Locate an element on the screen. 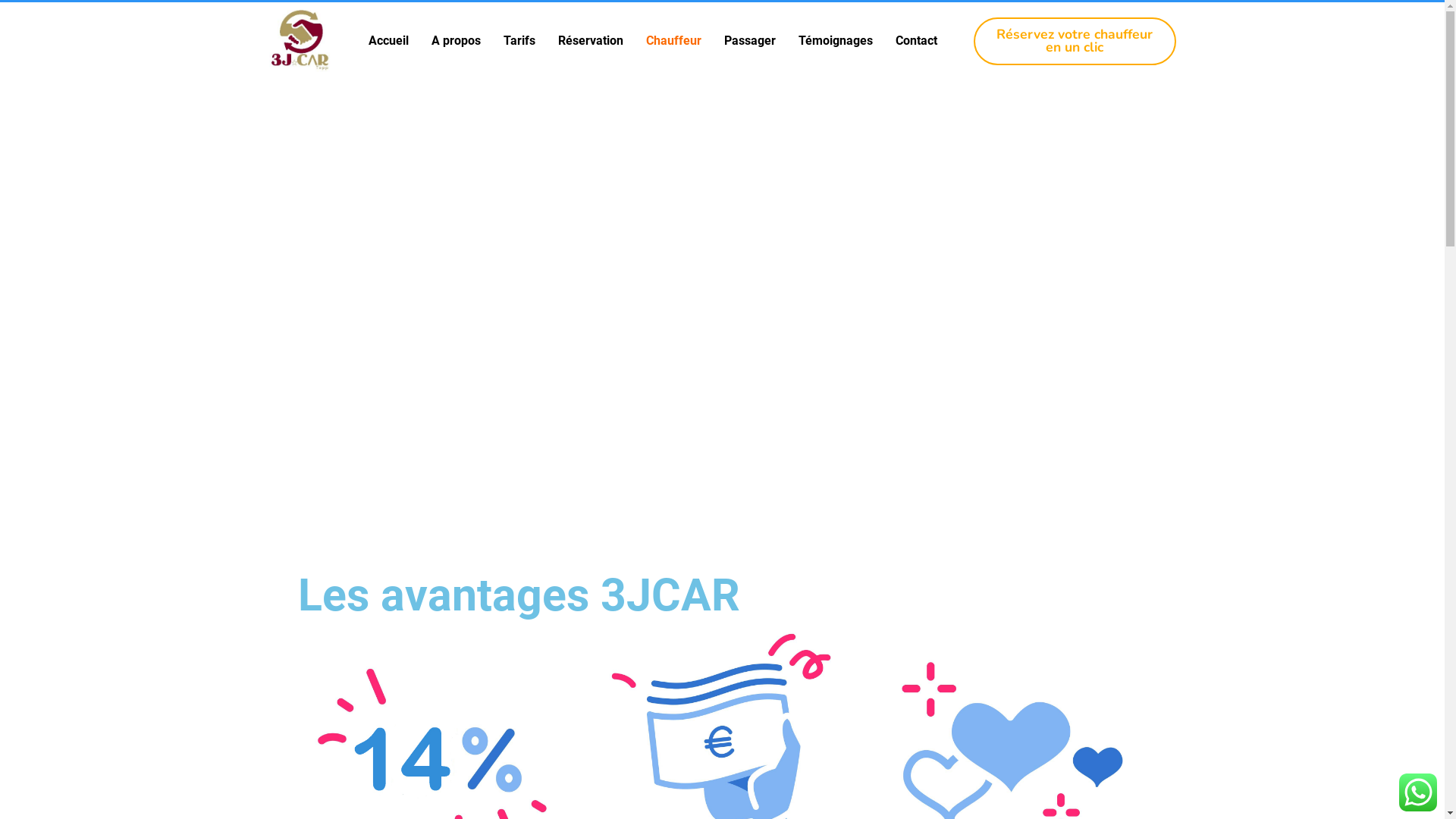  'Chauffeur' is located at coordinates (673, 40).